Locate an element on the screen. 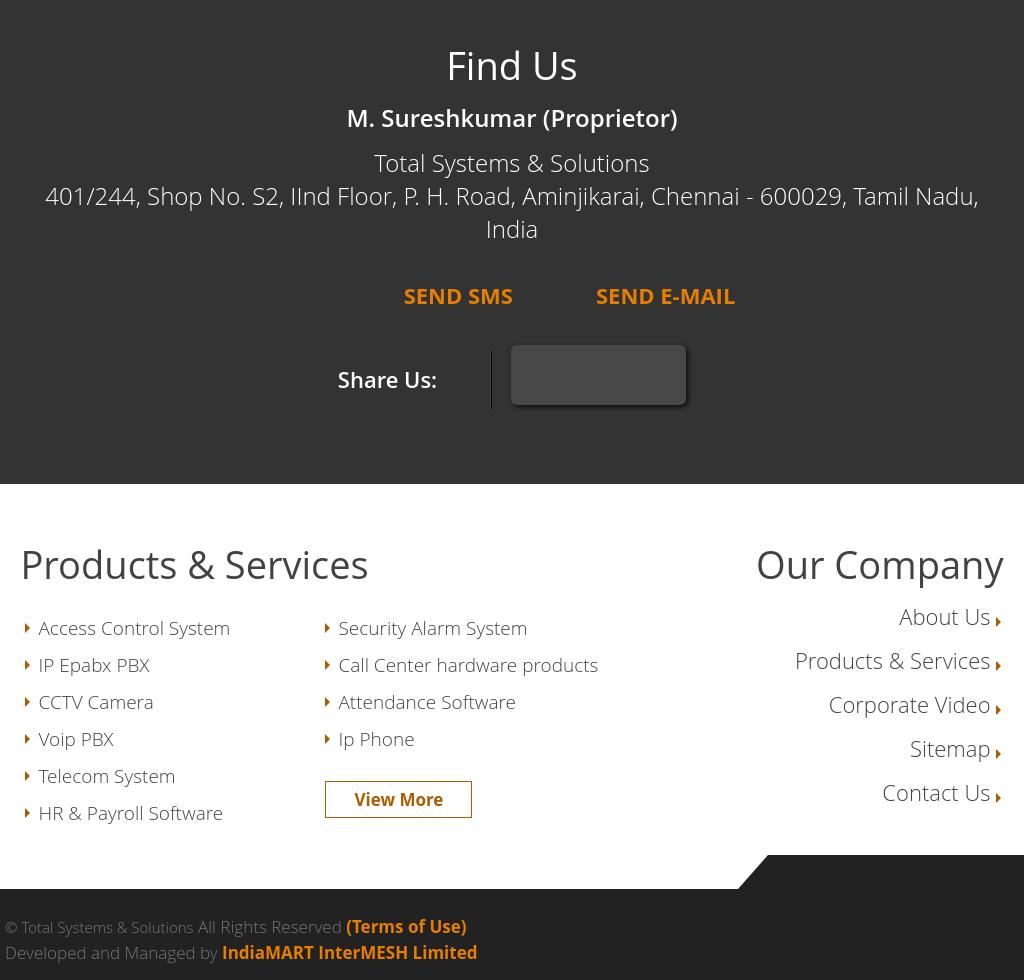  'Attendance Software' is located at coordinates (337, 700).